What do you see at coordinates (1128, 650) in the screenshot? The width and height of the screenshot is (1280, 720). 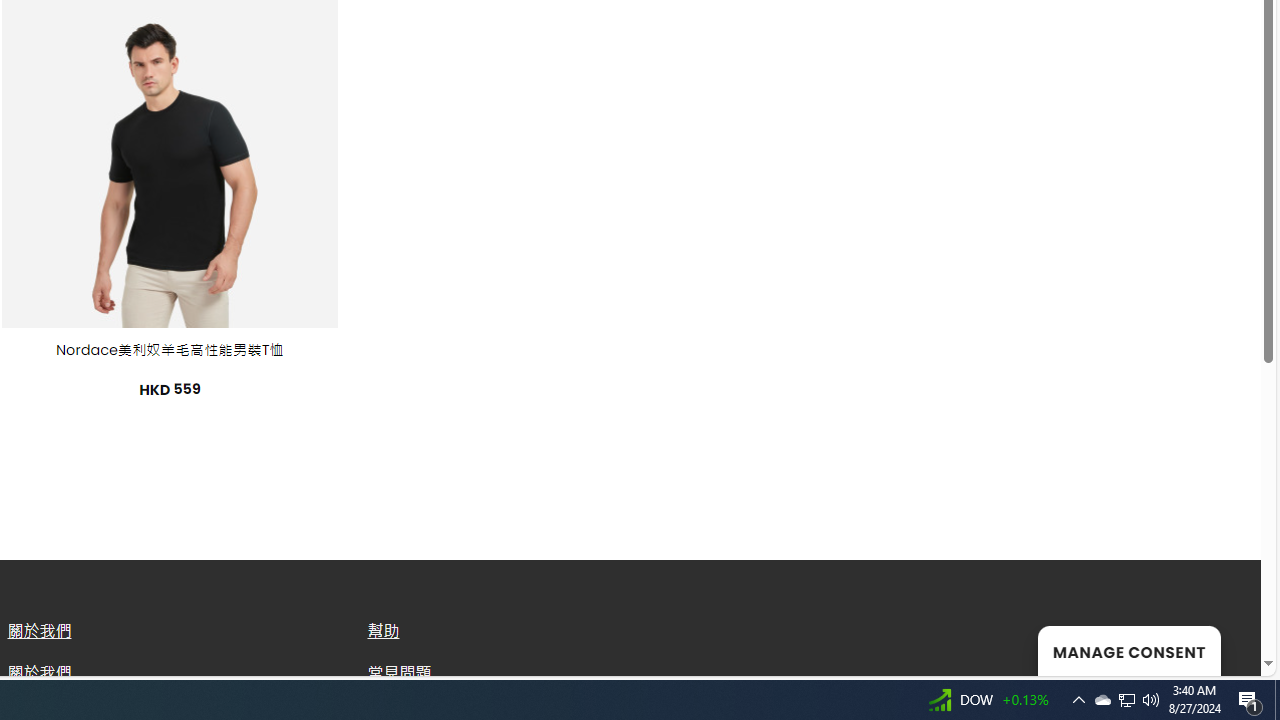 I see `'MANAGE CONSENT'` at bounding box center [1128, 650].